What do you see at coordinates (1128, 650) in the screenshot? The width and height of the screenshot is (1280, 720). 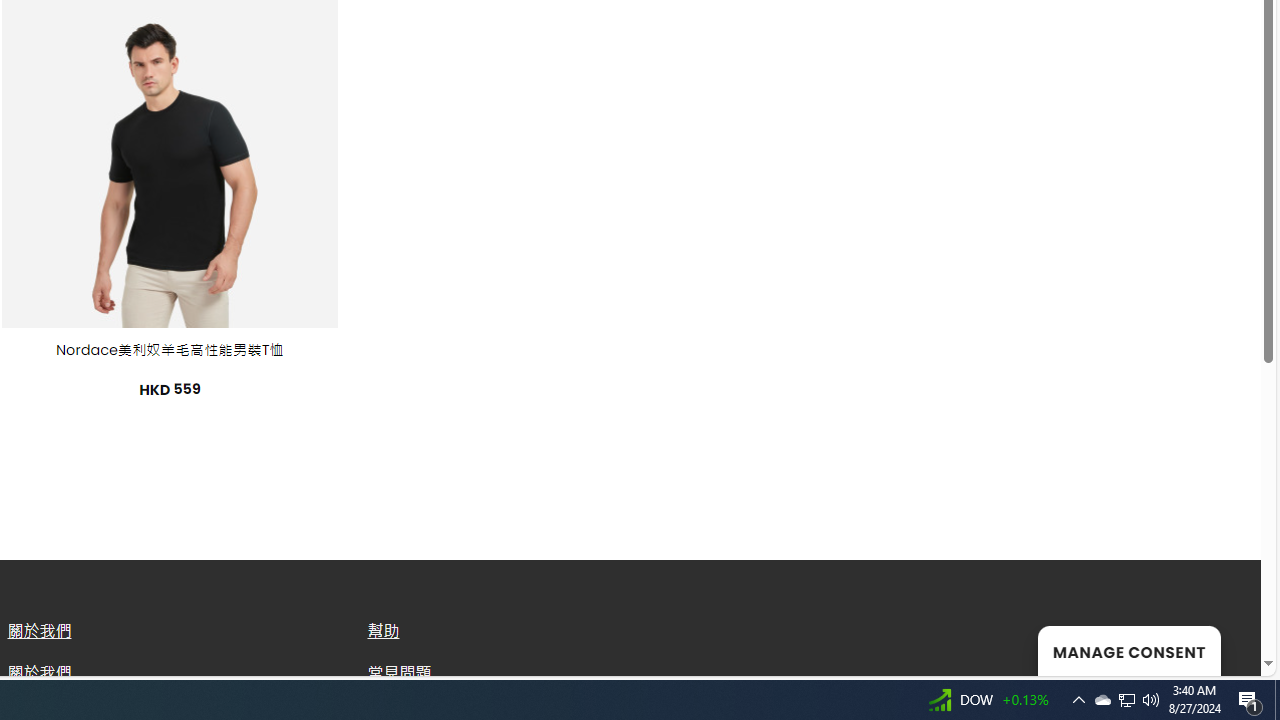 I see `'MANAGE CONSENT'` at bounding box center [1128, 650].